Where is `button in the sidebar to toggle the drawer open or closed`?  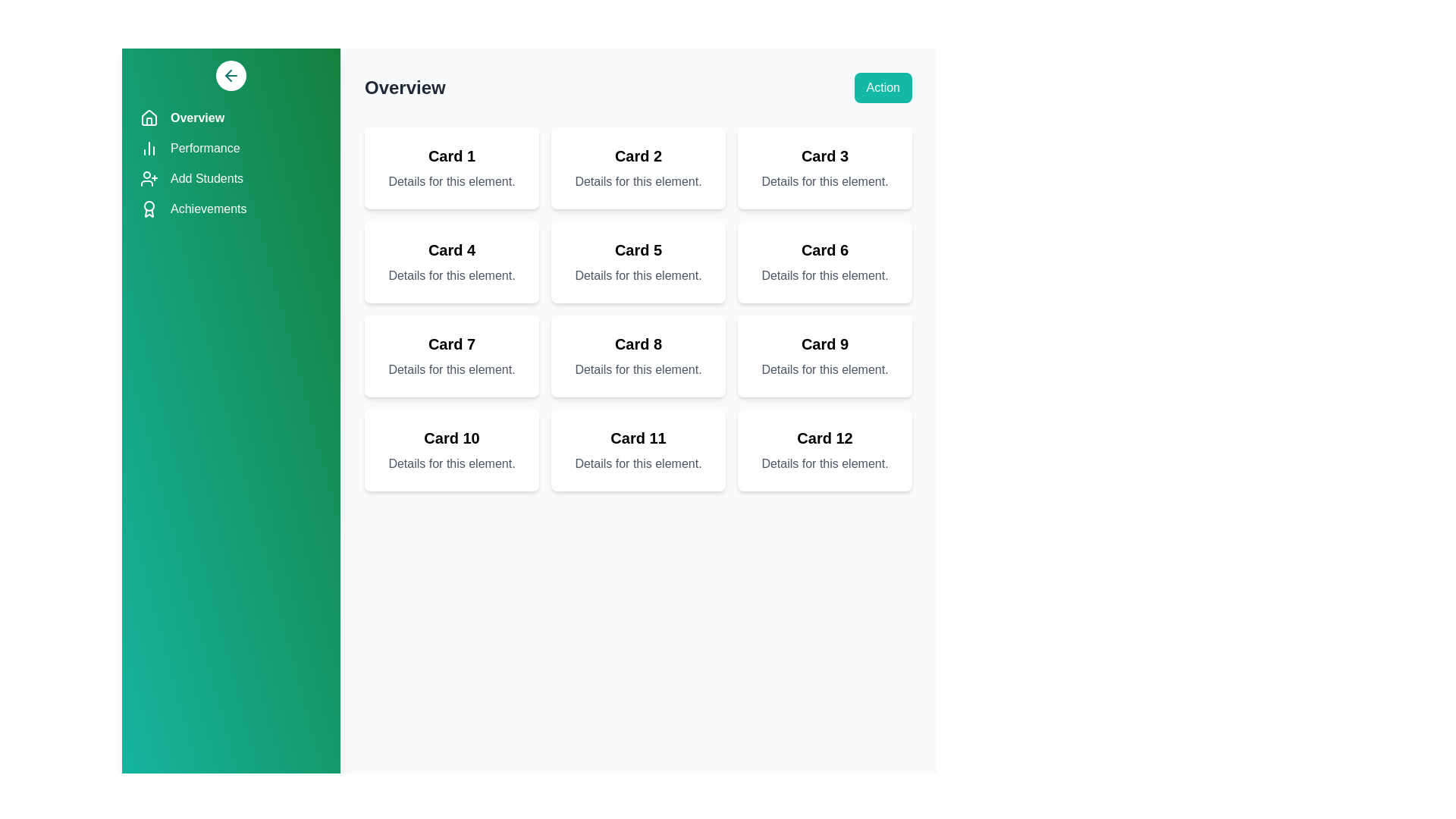 button in the sidebar to toggle the drawer open or closed is located at coordinates (231, 76).